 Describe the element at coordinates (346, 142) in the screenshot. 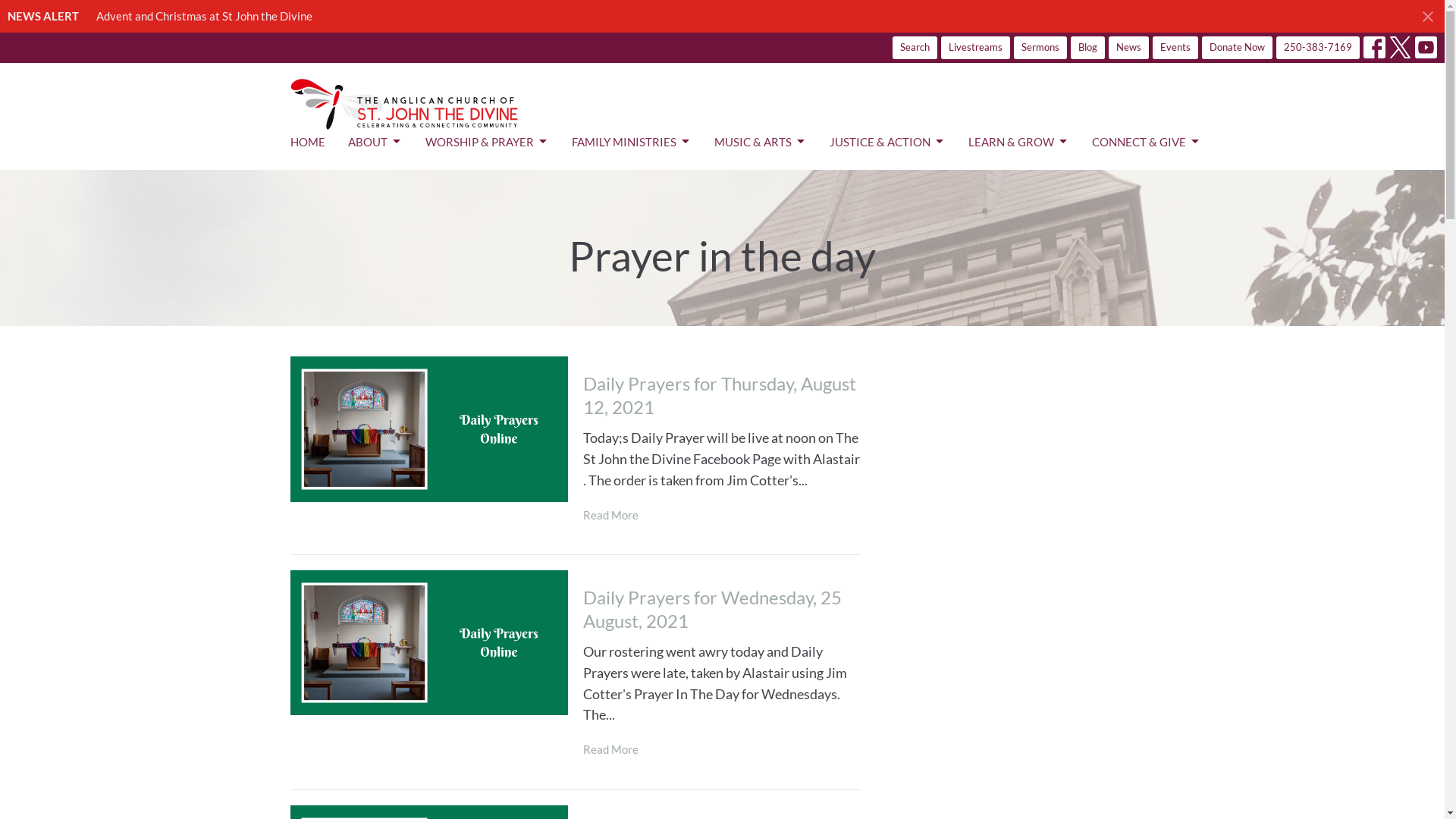

I see `'ABOUT'` at that location.